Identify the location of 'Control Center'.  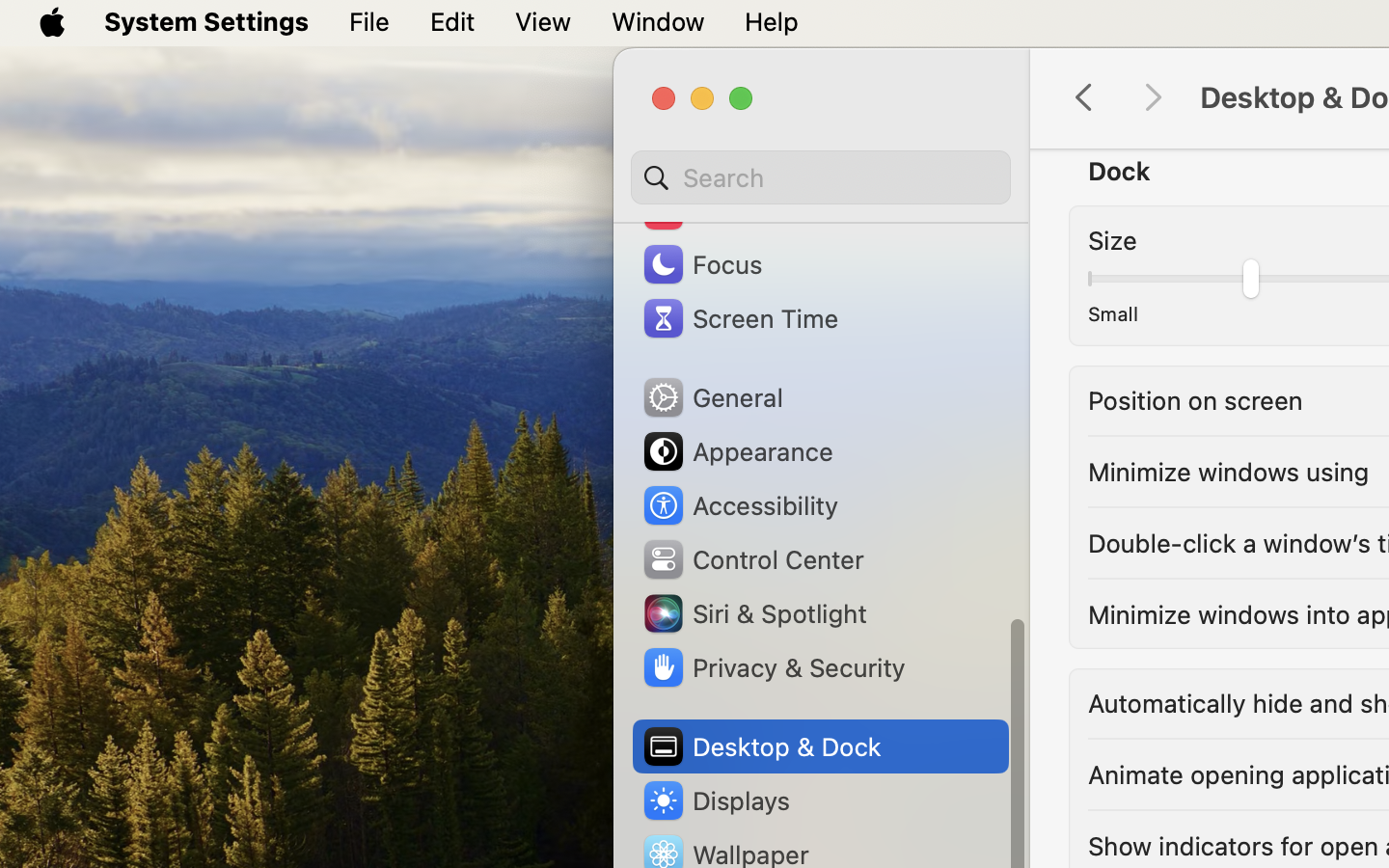
(751, 558).